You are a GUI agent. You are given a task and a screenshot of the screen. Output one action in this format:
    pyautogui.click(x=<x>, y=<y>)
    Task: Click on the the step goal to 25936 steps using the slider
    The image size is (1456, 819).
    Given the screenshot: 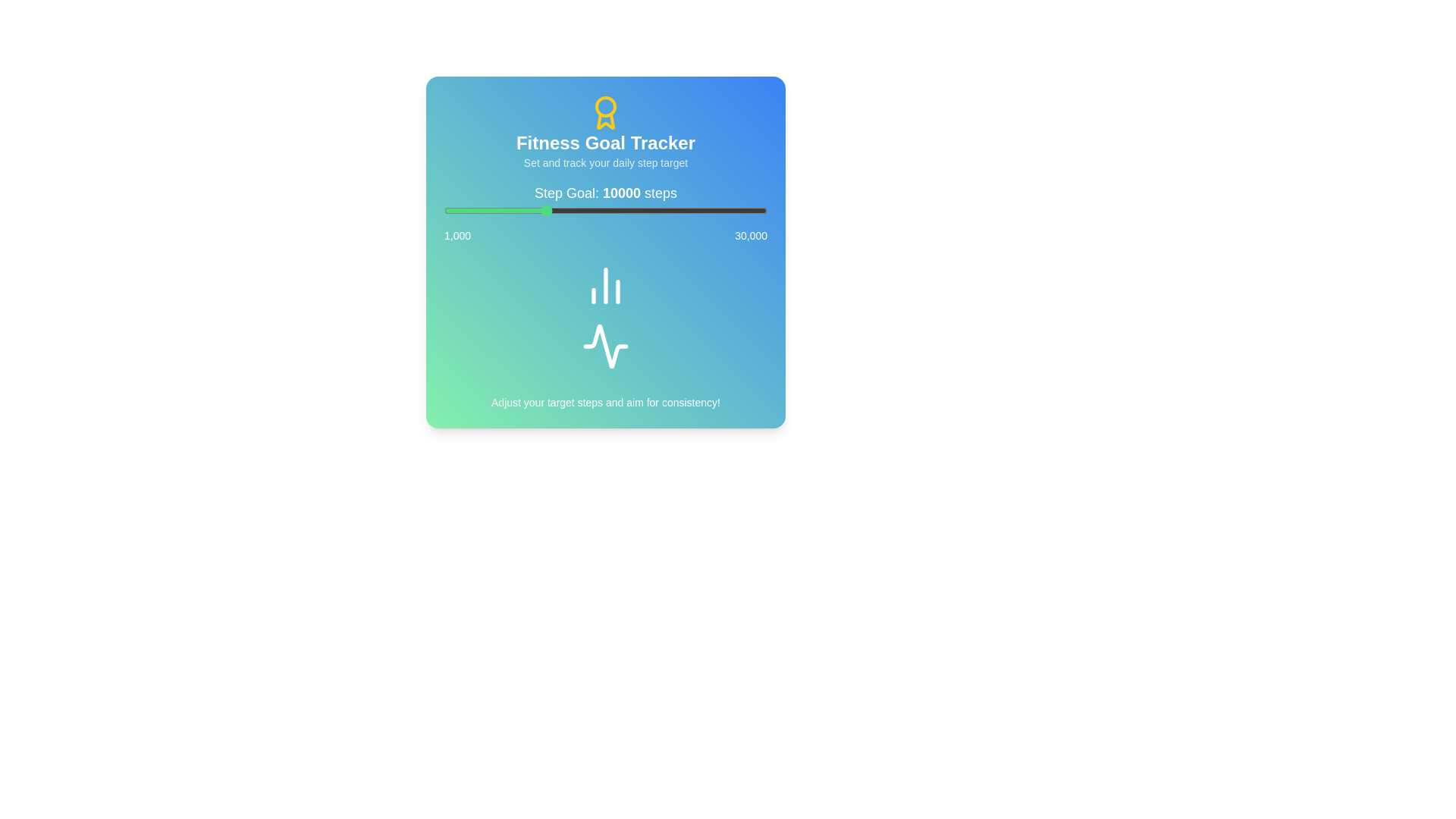 What is the action you would take?
    pyautogui.click(x=721, y=210)
    